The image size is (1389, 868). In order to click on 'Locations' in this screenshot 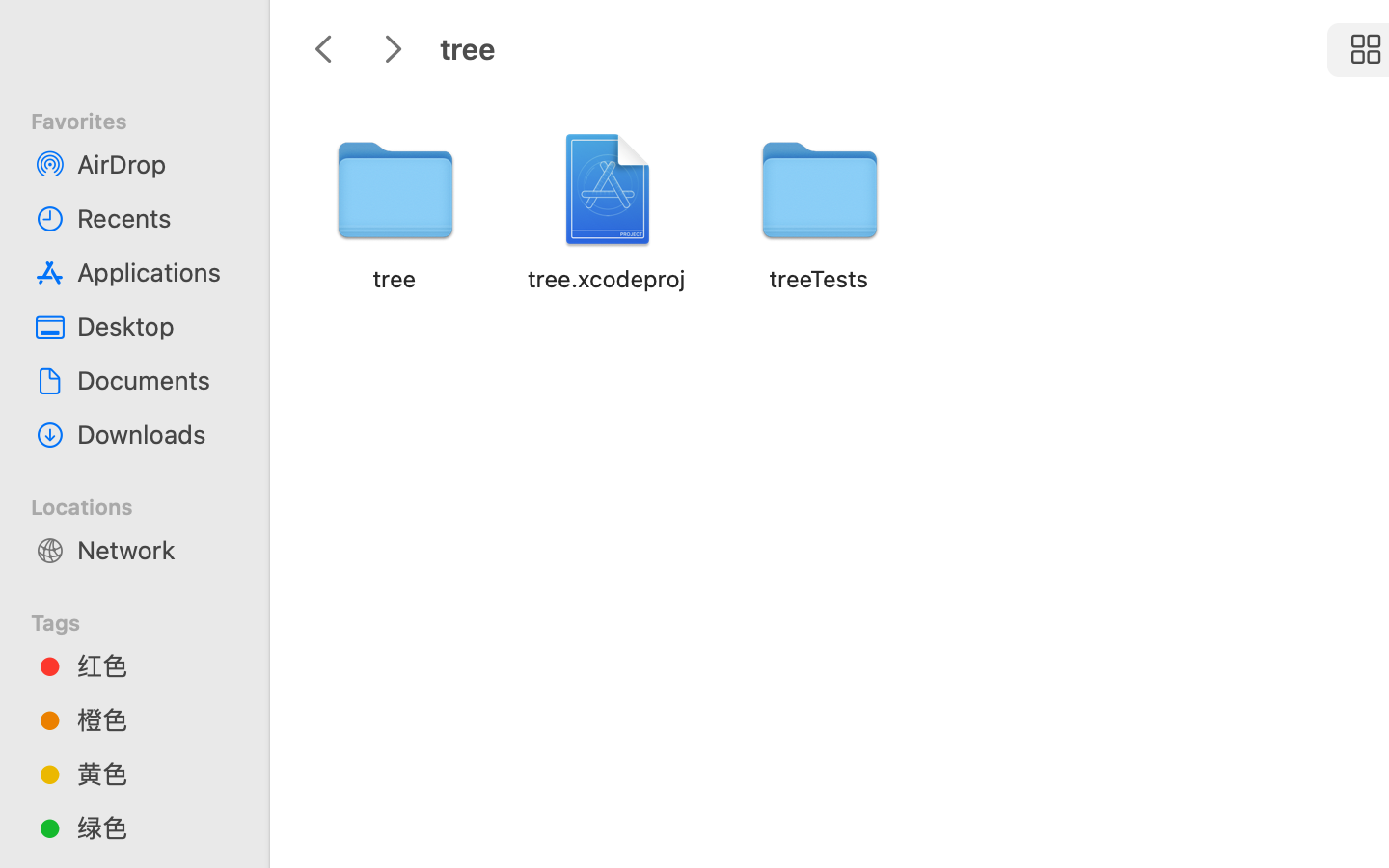, I will do `click(145, 502)`.